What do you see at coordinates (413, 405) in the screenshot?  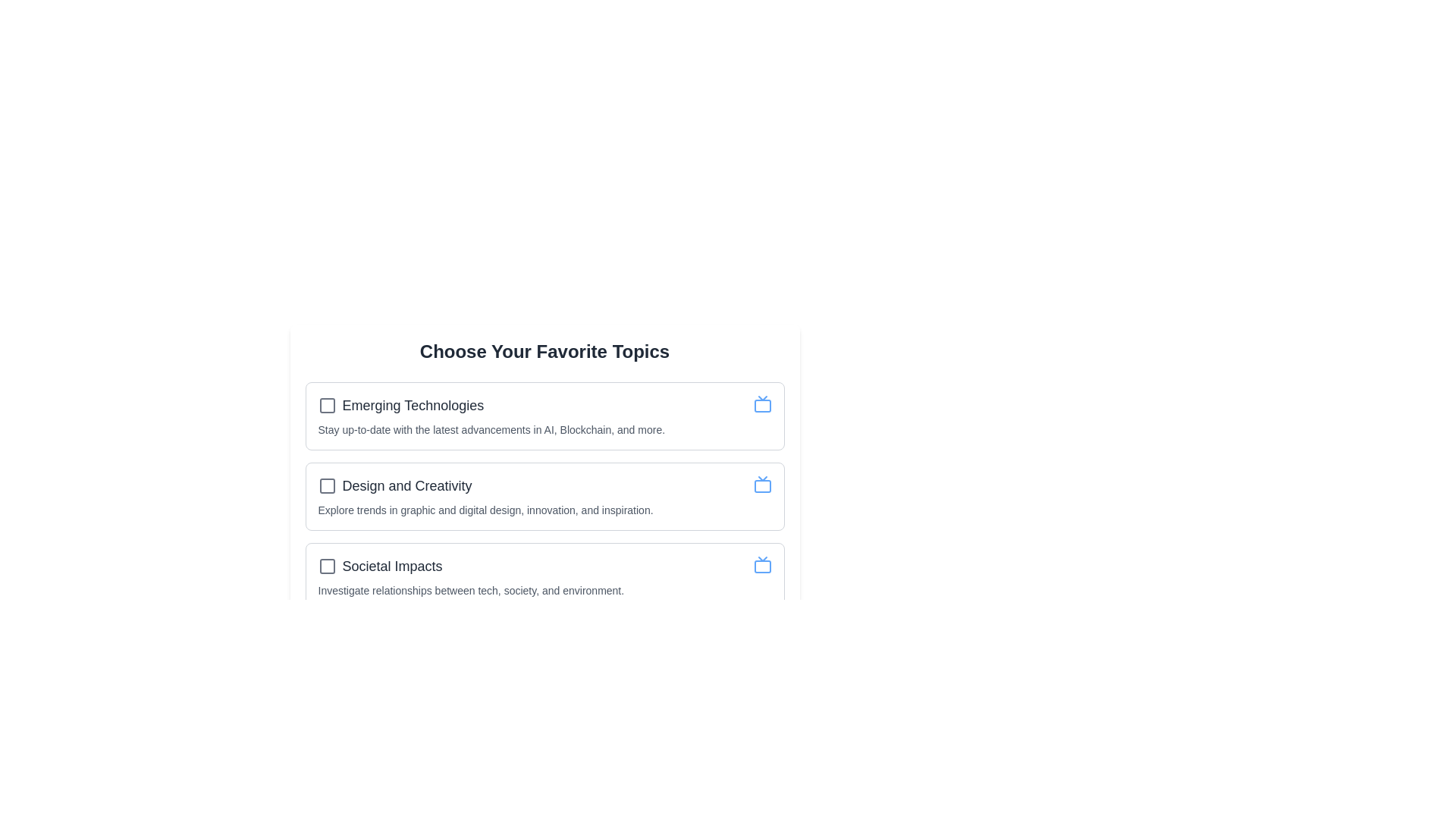 I see `the text label 'Emerging Technologies'` at bounding box center [413, 405].